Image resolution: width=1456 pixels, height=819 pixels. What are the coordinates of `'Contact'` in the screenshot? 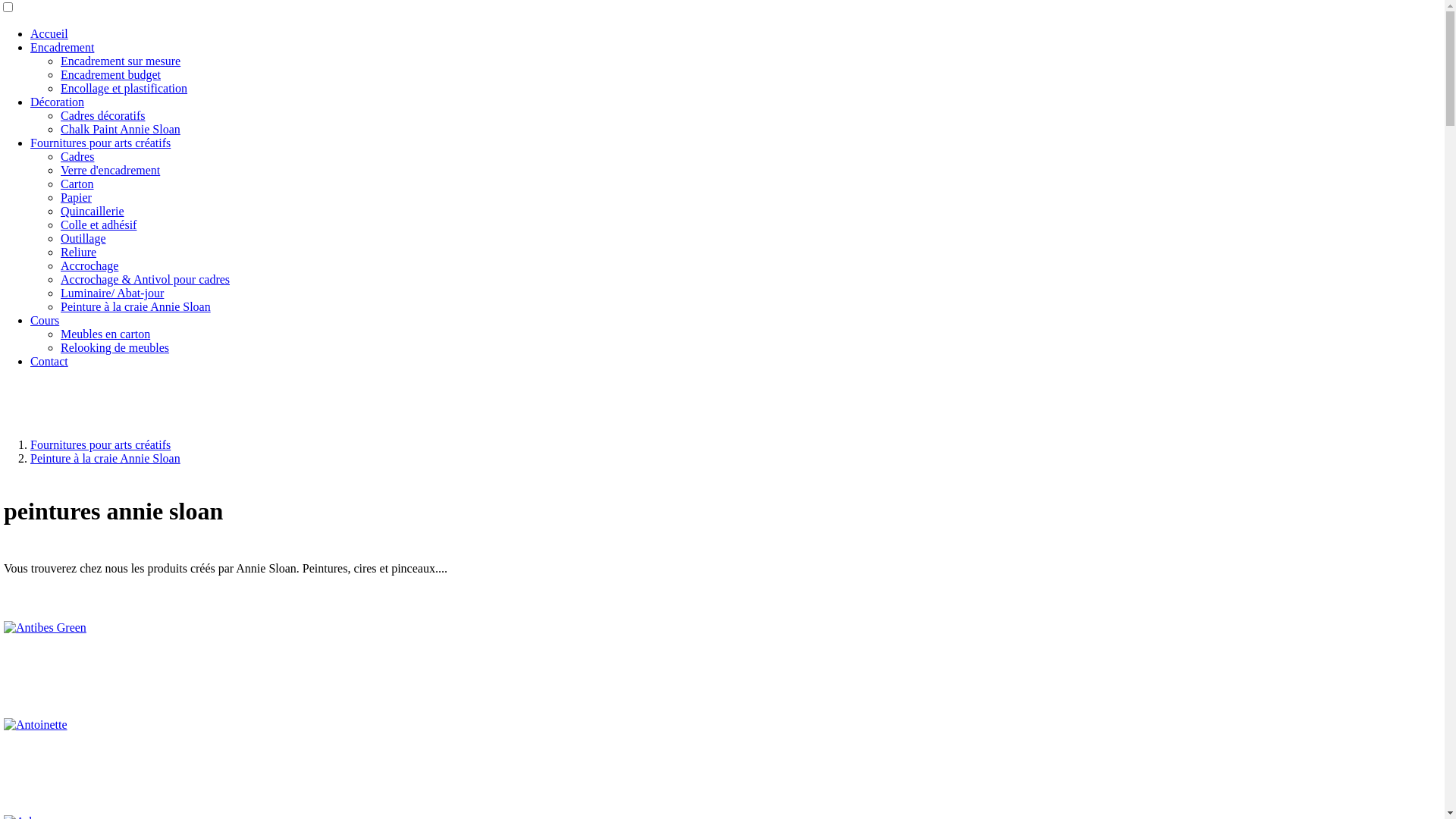 It's located at (49, 361).